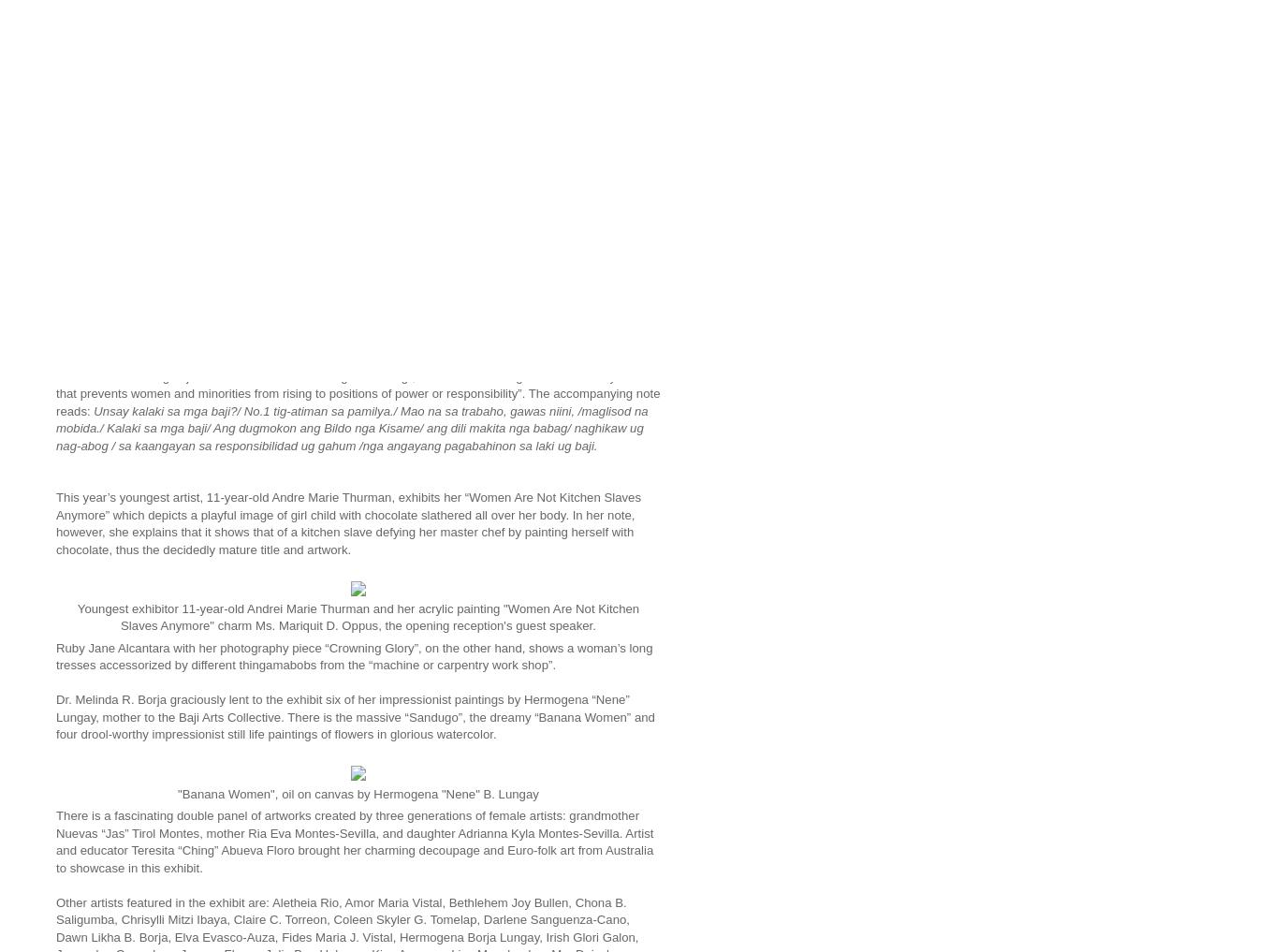  Describe the element at coordinates (148, 156) in the screenshot. I see `'Sunday, March 13, 2016'` at that location.